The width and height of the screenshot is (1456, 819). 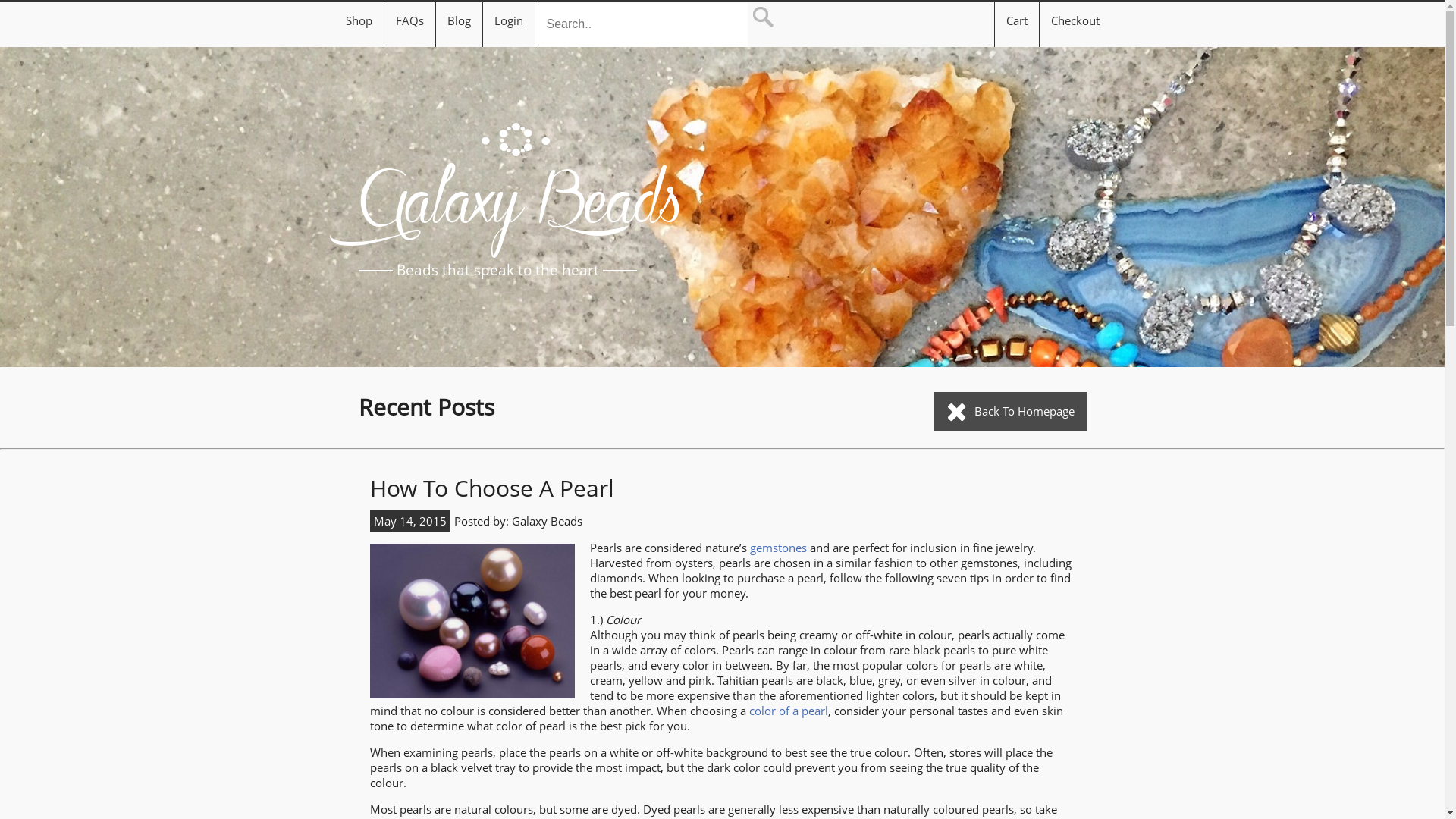 I want to click on 'FAQs', so click(x=396, y=20).